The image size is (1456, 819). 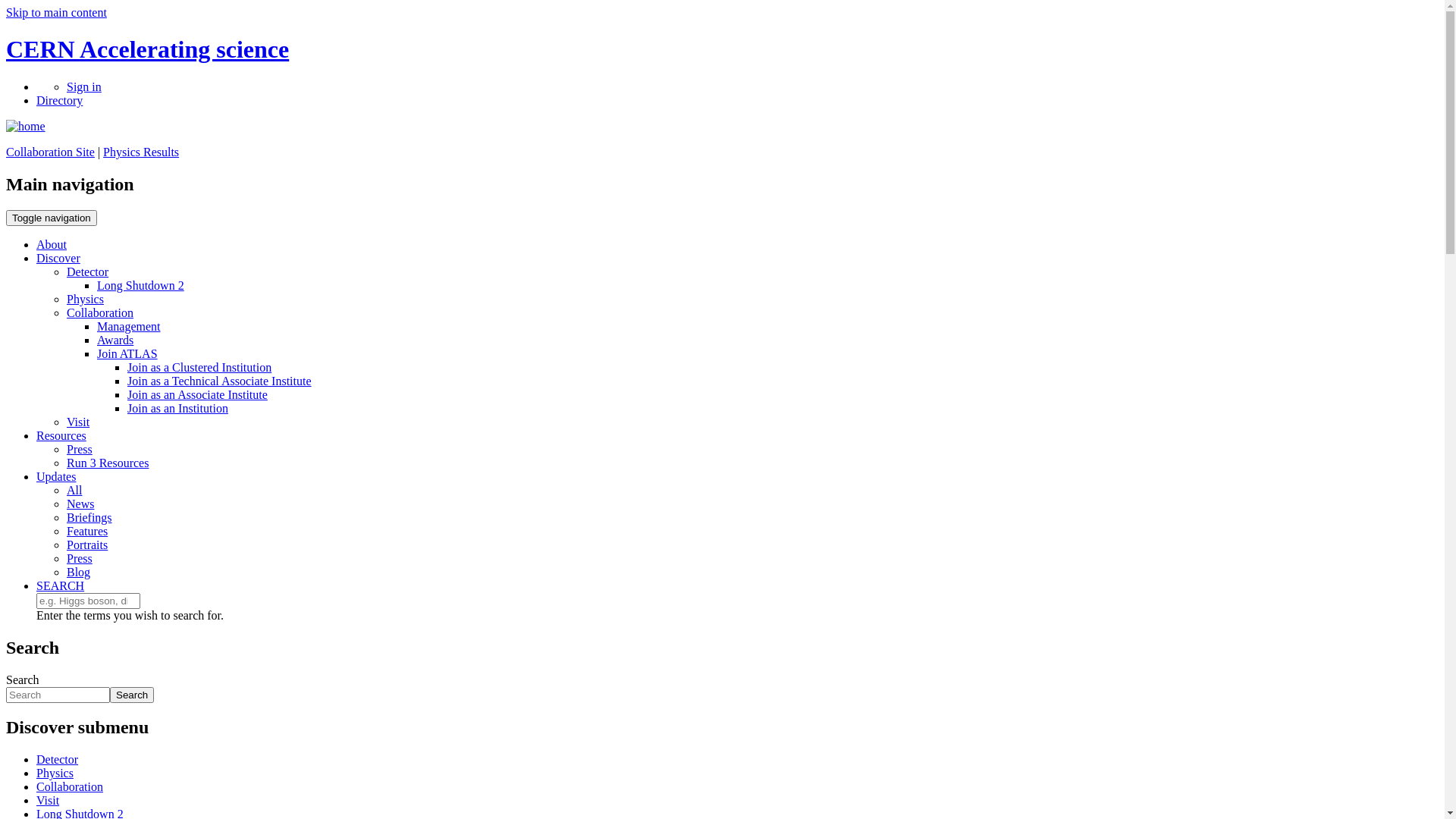 I want to click on 'Visit', so click(x=77, y=422).